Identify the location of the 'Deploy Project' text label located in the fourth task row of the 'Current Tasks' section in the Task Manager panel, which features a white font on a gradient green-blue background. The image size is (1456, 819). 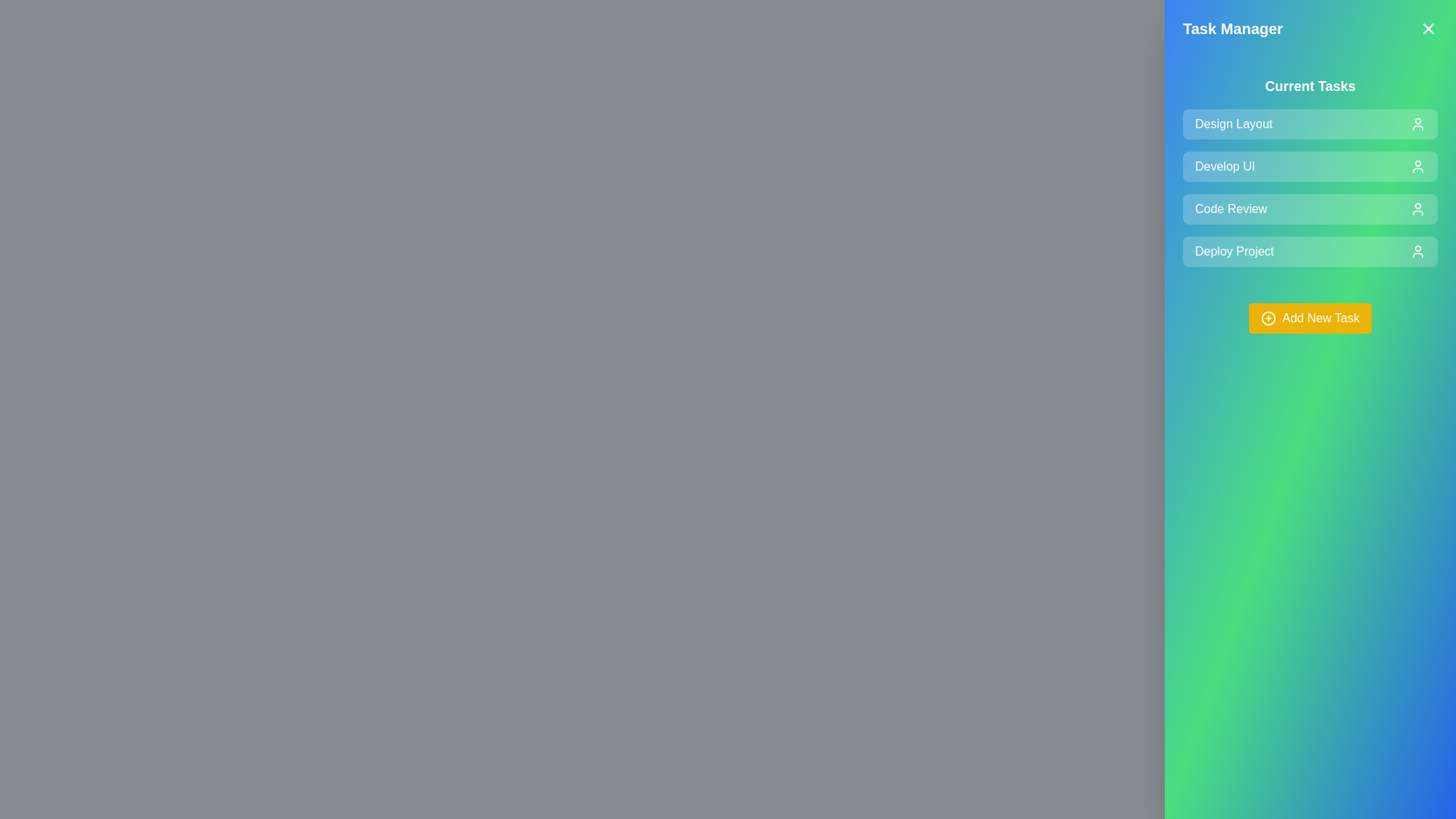
(1234, 250).